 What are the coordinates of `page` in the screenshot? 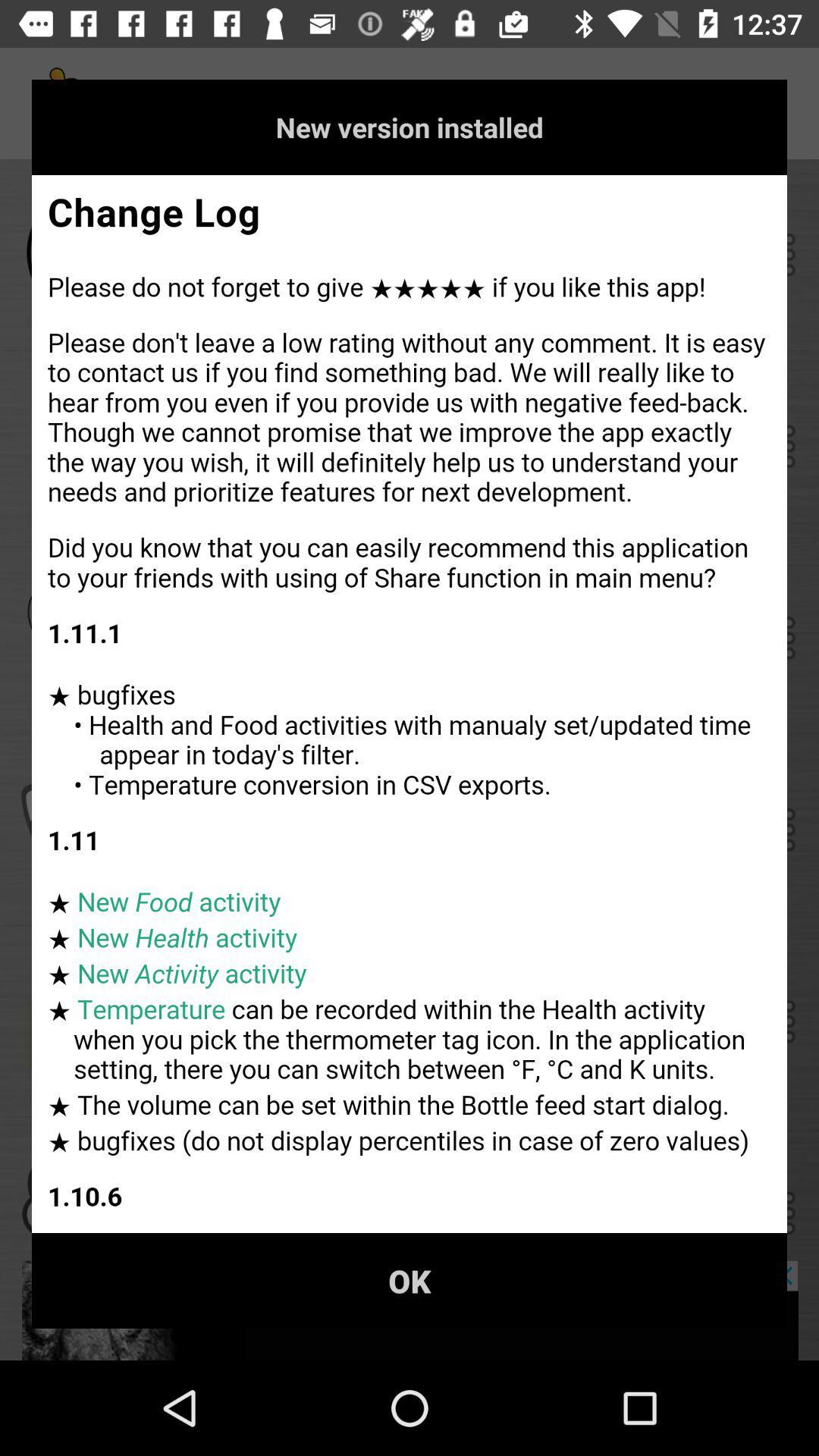 It's located at (409, 703).